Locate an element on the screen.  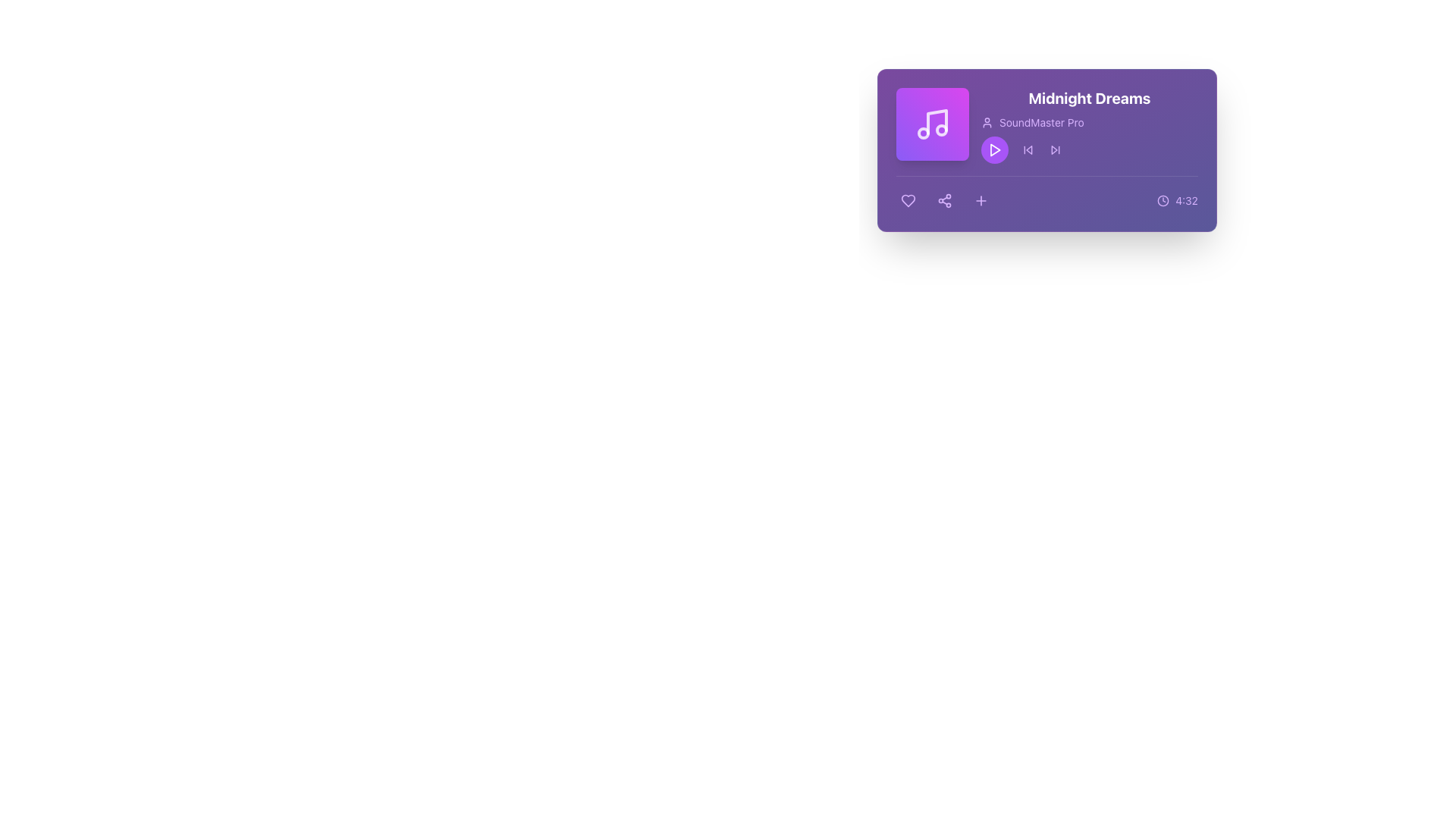
the song title in the multimedia component card is located at coordinates (1046, 149).